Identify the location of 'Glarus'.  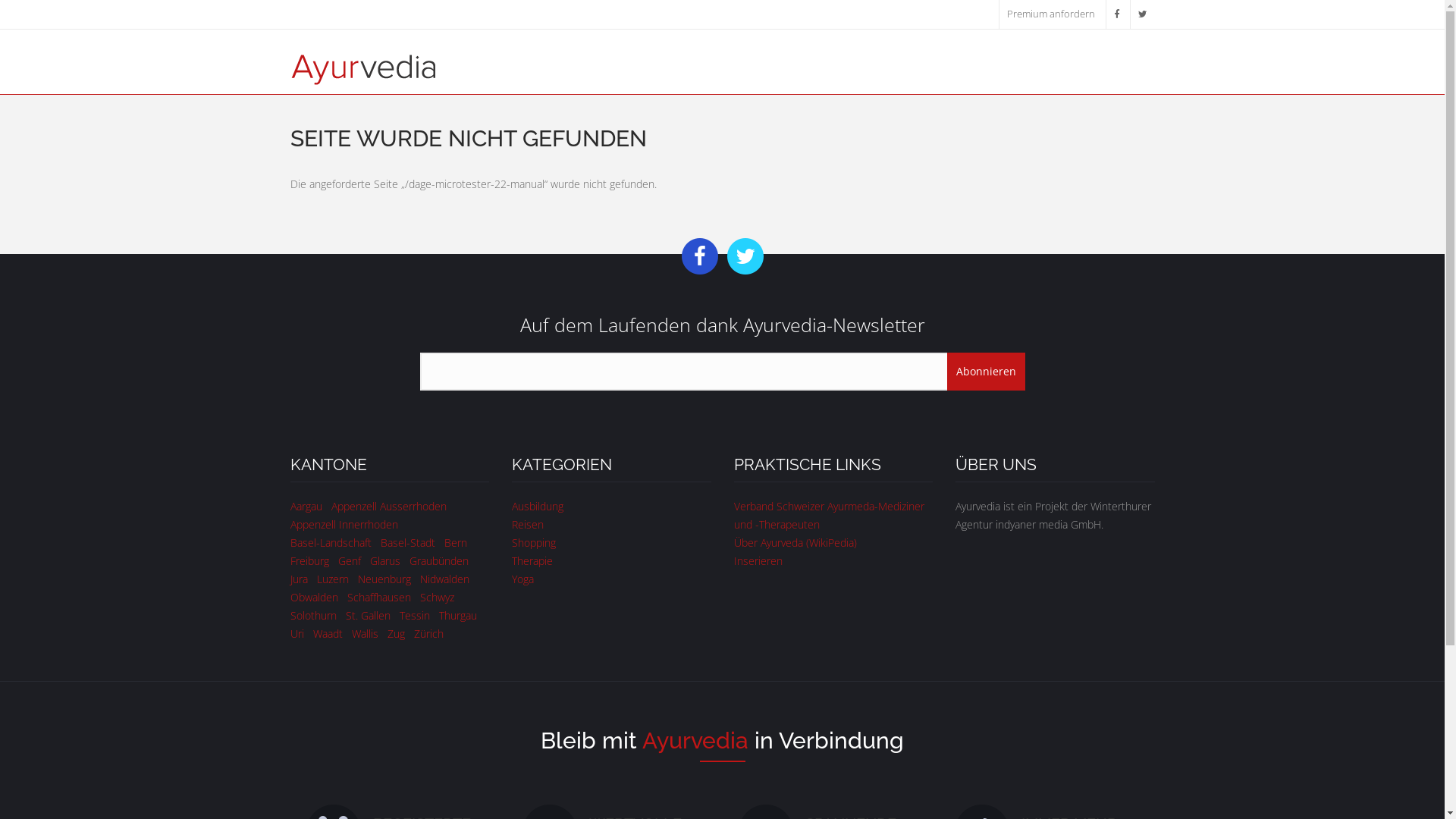
(385, 560).